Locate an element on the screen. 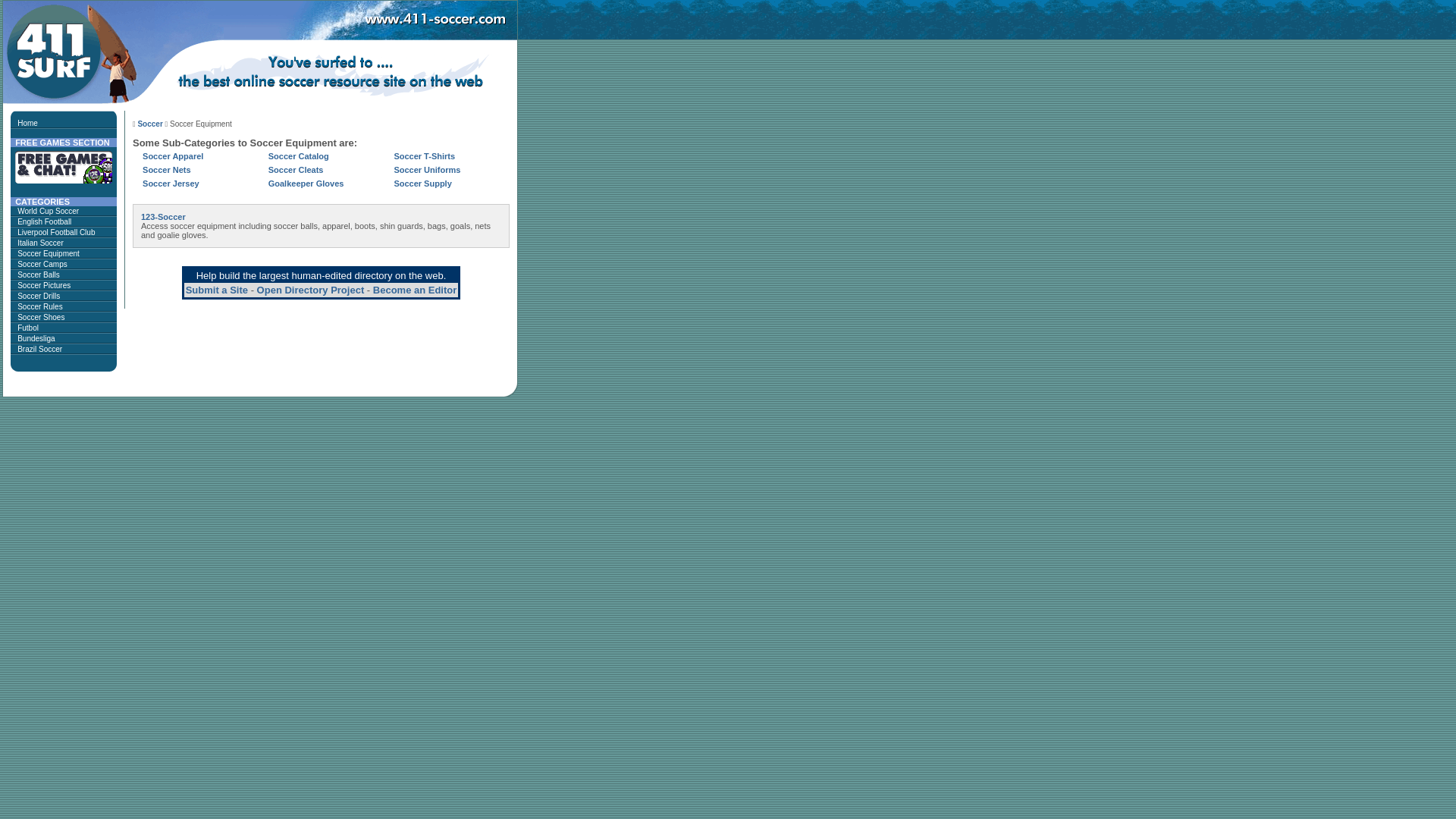 This screenshot has height=819, width=1456. '123-Soccer' is located at coordinates (163, 216).